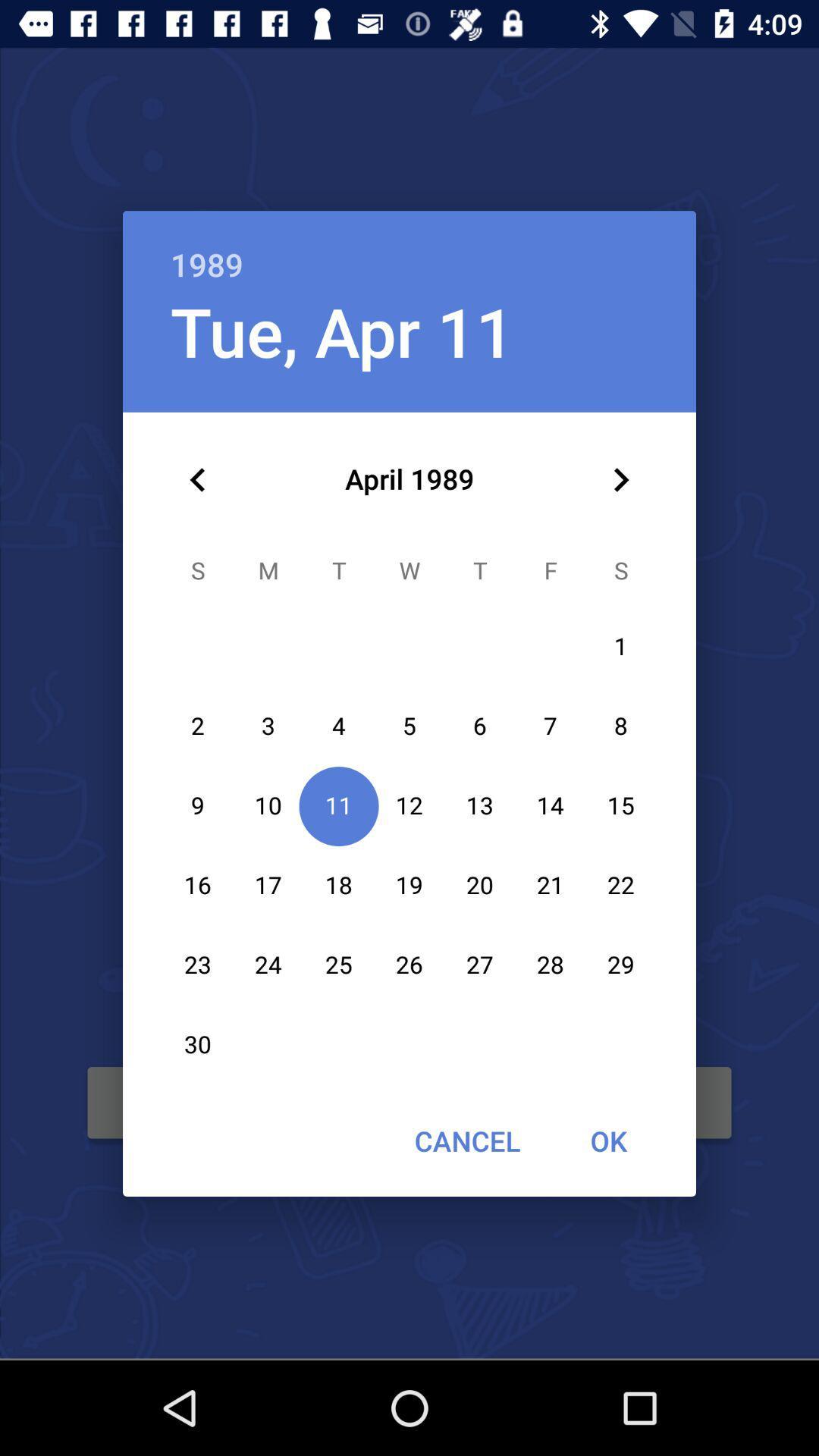 Image resolution: width=819 pixels, height=1456 pixels. What do you see at coordinates (620, 479) in the screenshot?
I see `the icon at the top right corner` at bounding box center [620, 479].